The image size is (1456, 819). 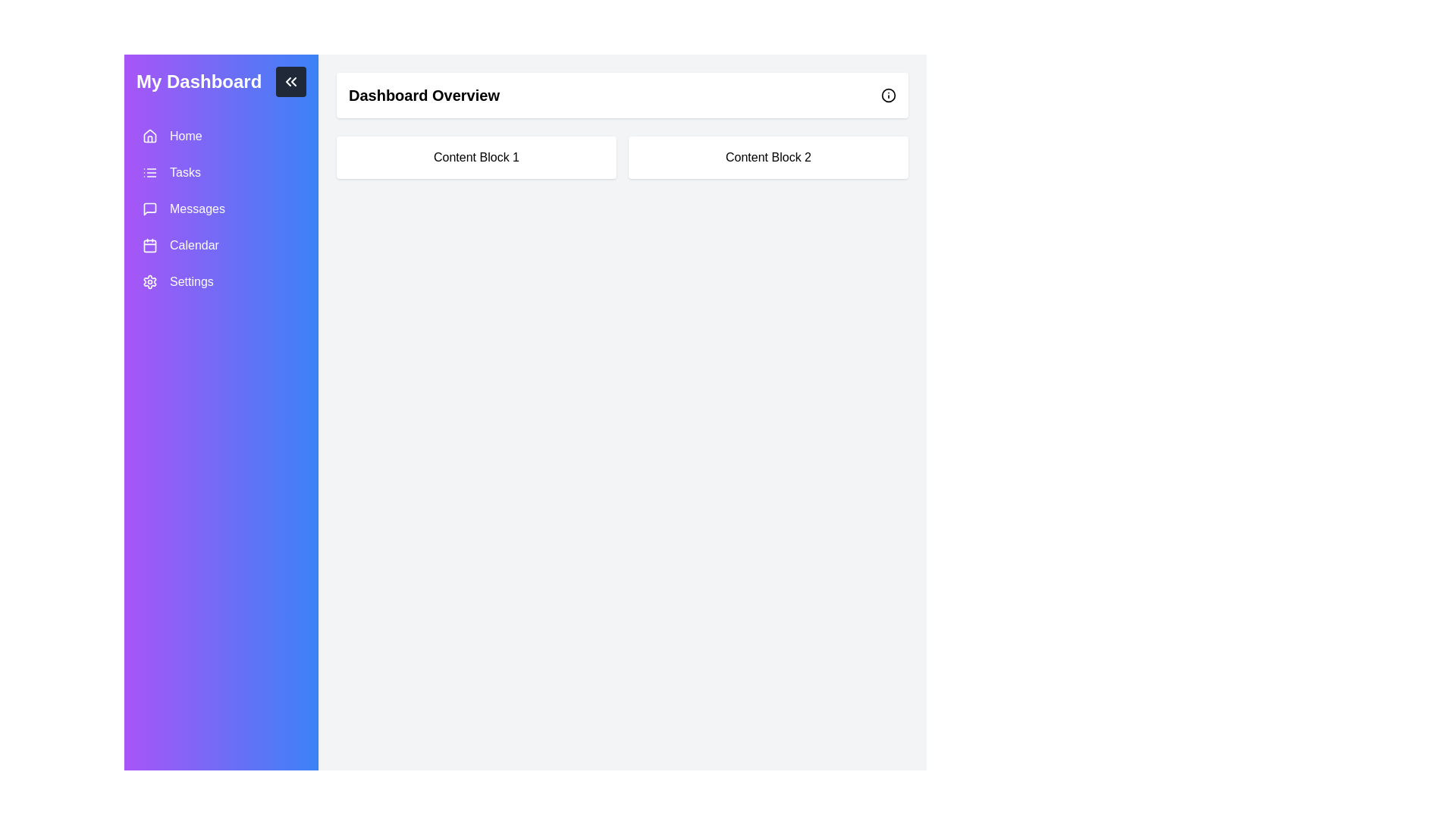 What do you see at coordinates (193, 245) in the screenshot?
I see `'Calendar' text label, which is the fourth item in the vertical menu on the left, positioned to the right of the calendar icon` at bounding box center [193, 245].